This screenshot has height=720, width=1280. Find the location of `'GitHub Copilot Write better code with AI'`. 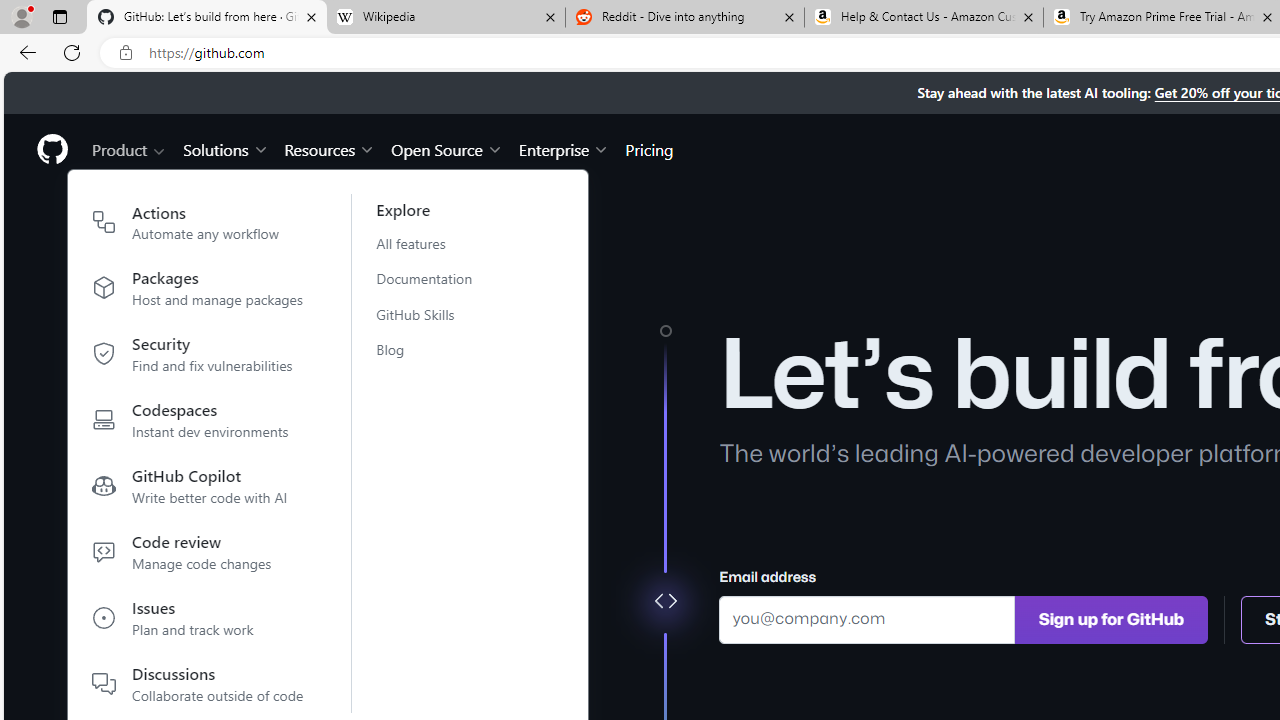

'GitHub Copilot Write better code with AI' is located at coordinates (198, 490).